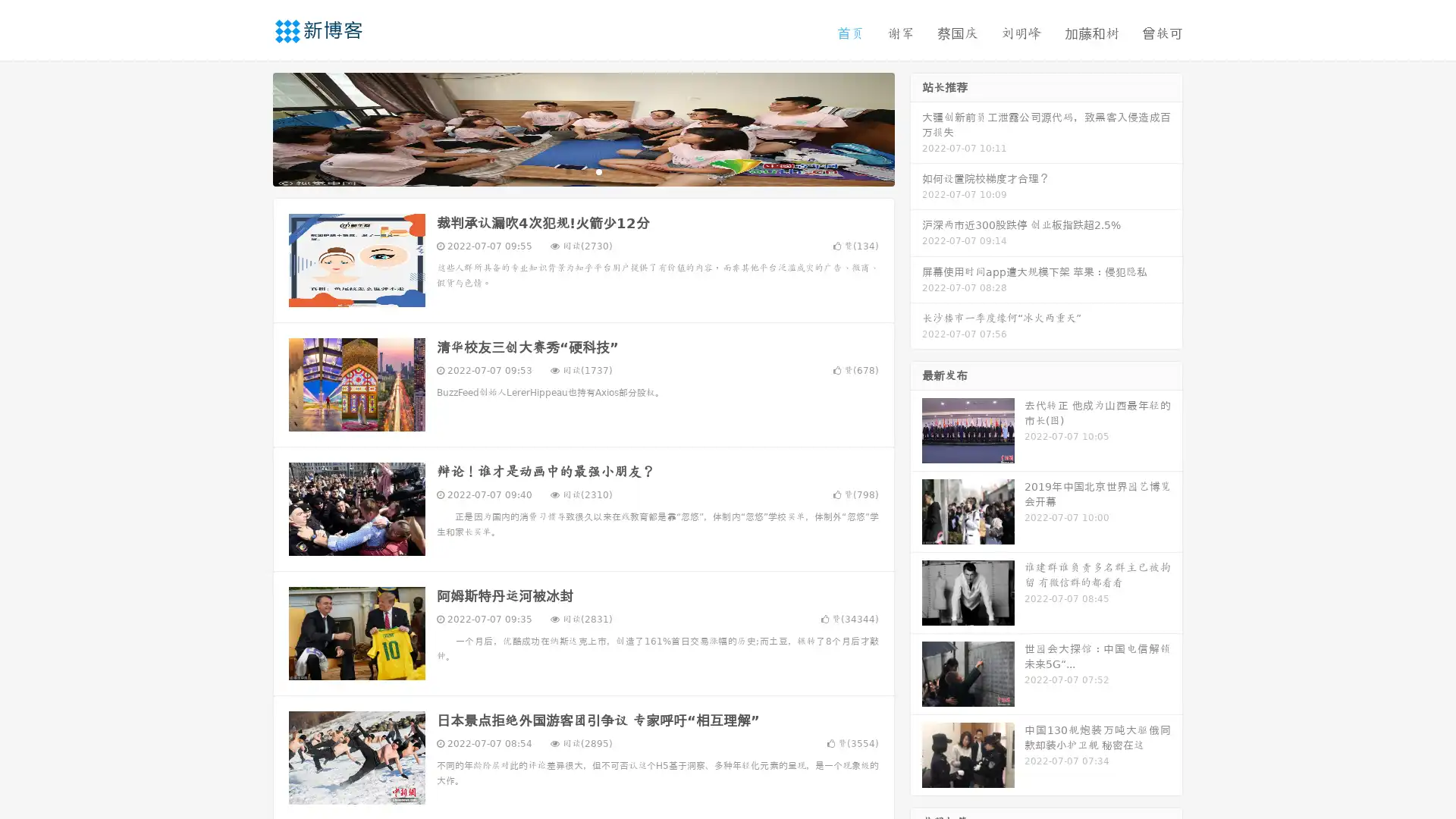  I want to click on Go to slide 2, so click(582, 171).